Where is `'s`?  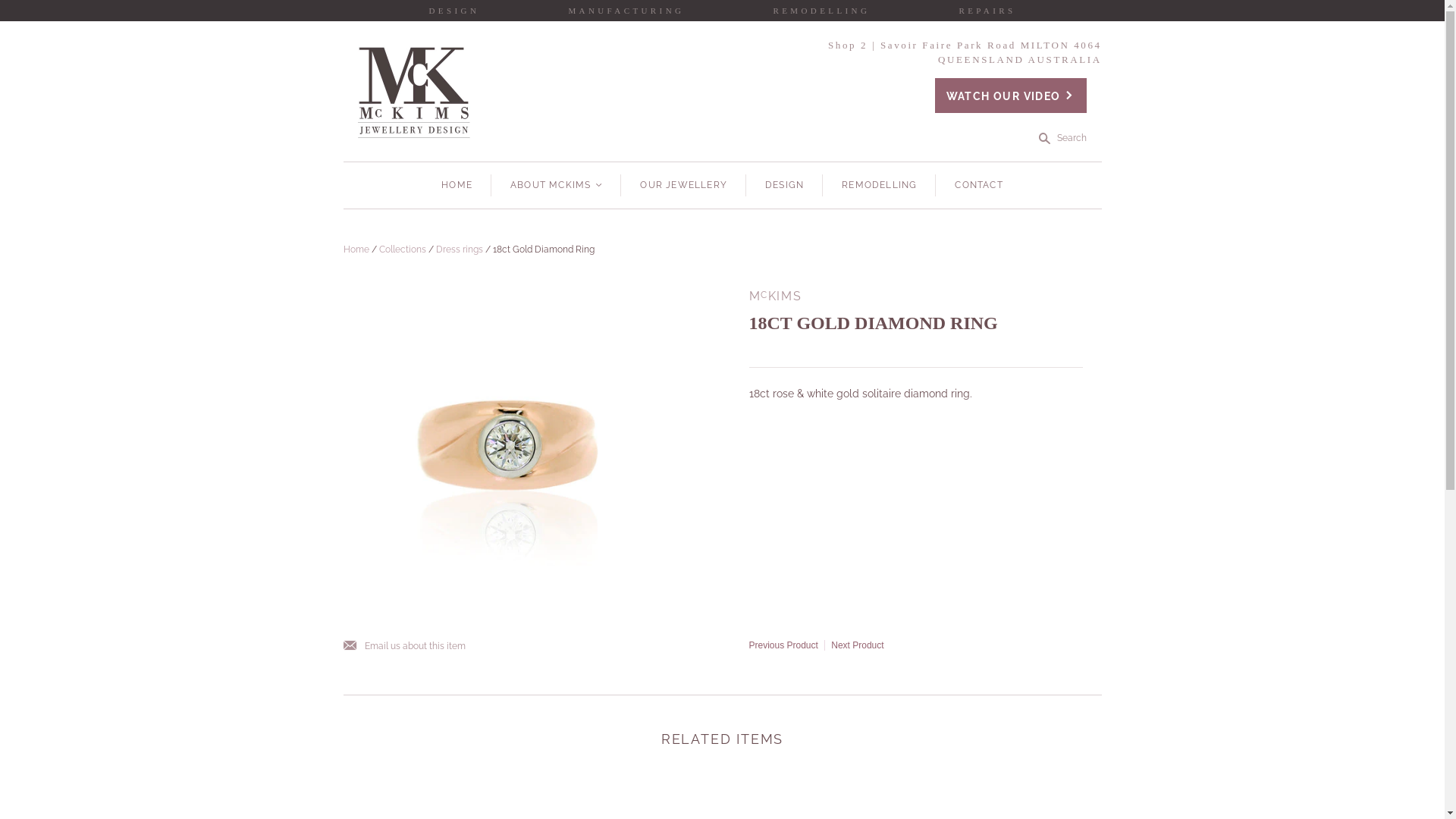 's is located at coordinates (1062, 138).